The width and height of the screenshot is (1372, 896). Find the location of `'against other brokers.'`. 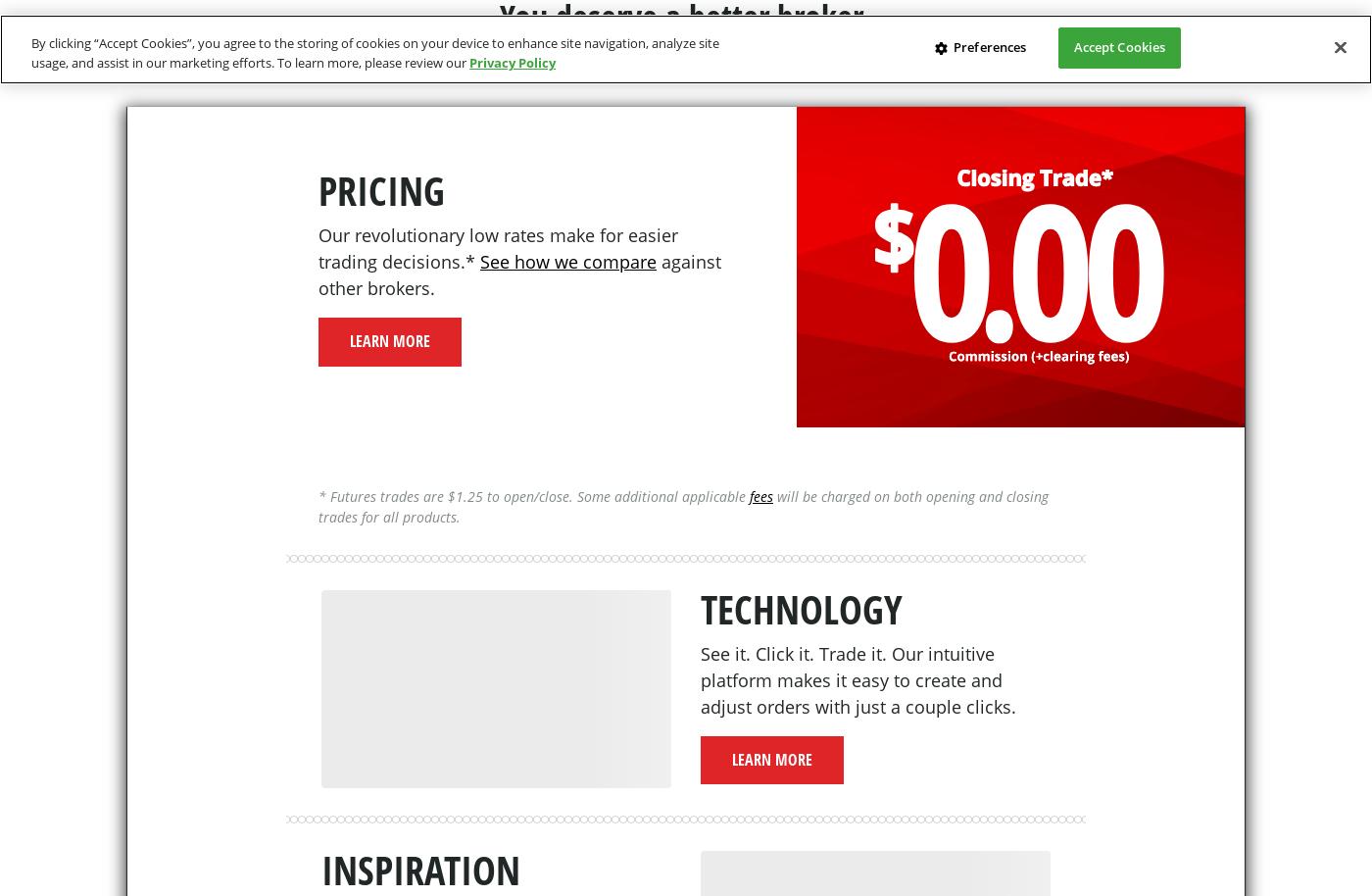

'against other brokers.' is located at coordinates (519, 274).